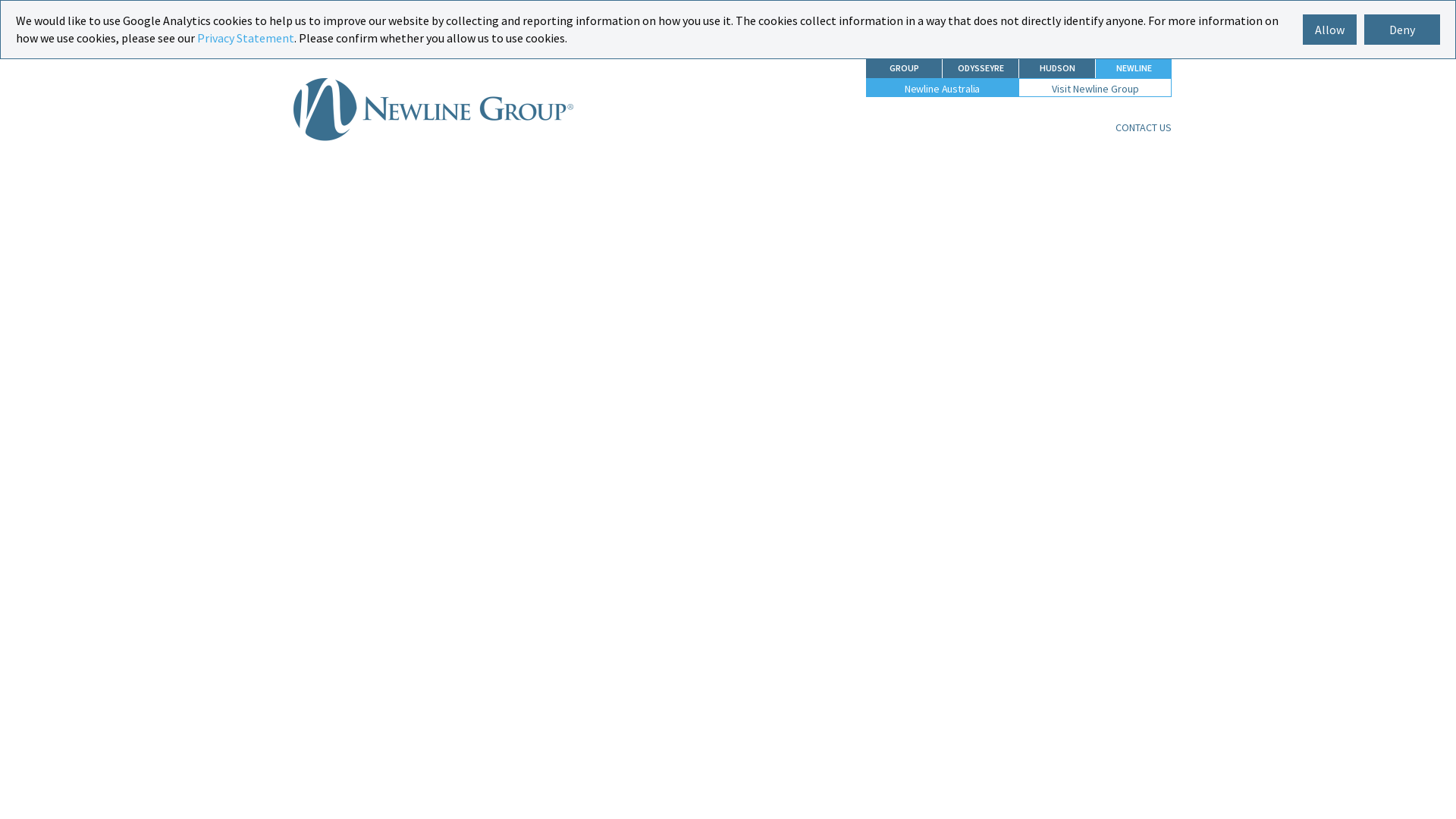  I want to click on 'Allow', so click(1329, 30).